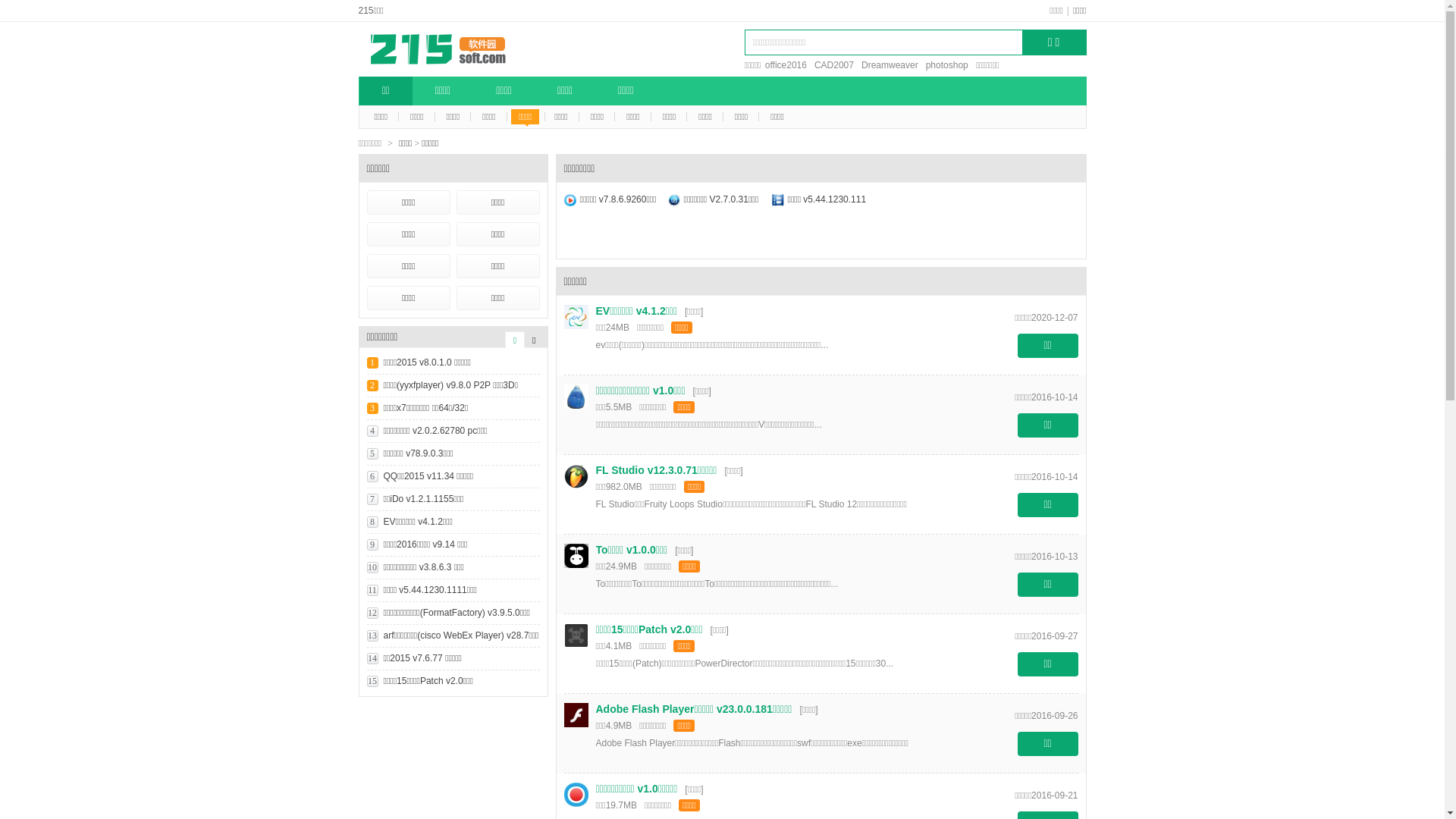  Describe the element at coordinates (814, 64) in the screenshot. I see `'CAD2007'` at that location.